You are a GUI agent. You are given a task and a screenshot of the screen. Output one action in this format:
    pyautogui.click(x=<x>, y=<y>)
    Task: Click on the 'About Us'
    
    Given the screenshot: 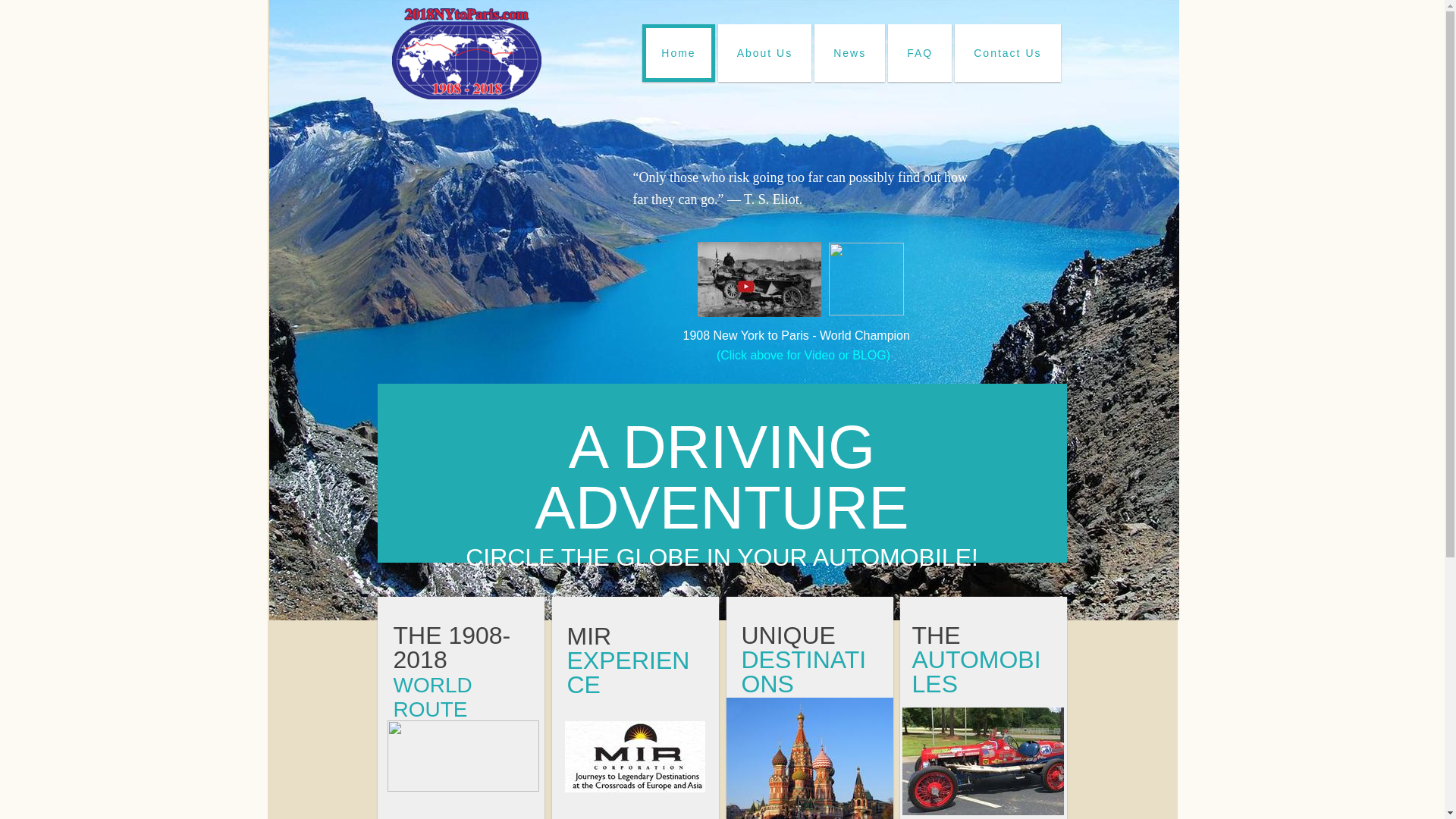 What is the action you would take?
    pyautogui.click(x=764, y=52)
    